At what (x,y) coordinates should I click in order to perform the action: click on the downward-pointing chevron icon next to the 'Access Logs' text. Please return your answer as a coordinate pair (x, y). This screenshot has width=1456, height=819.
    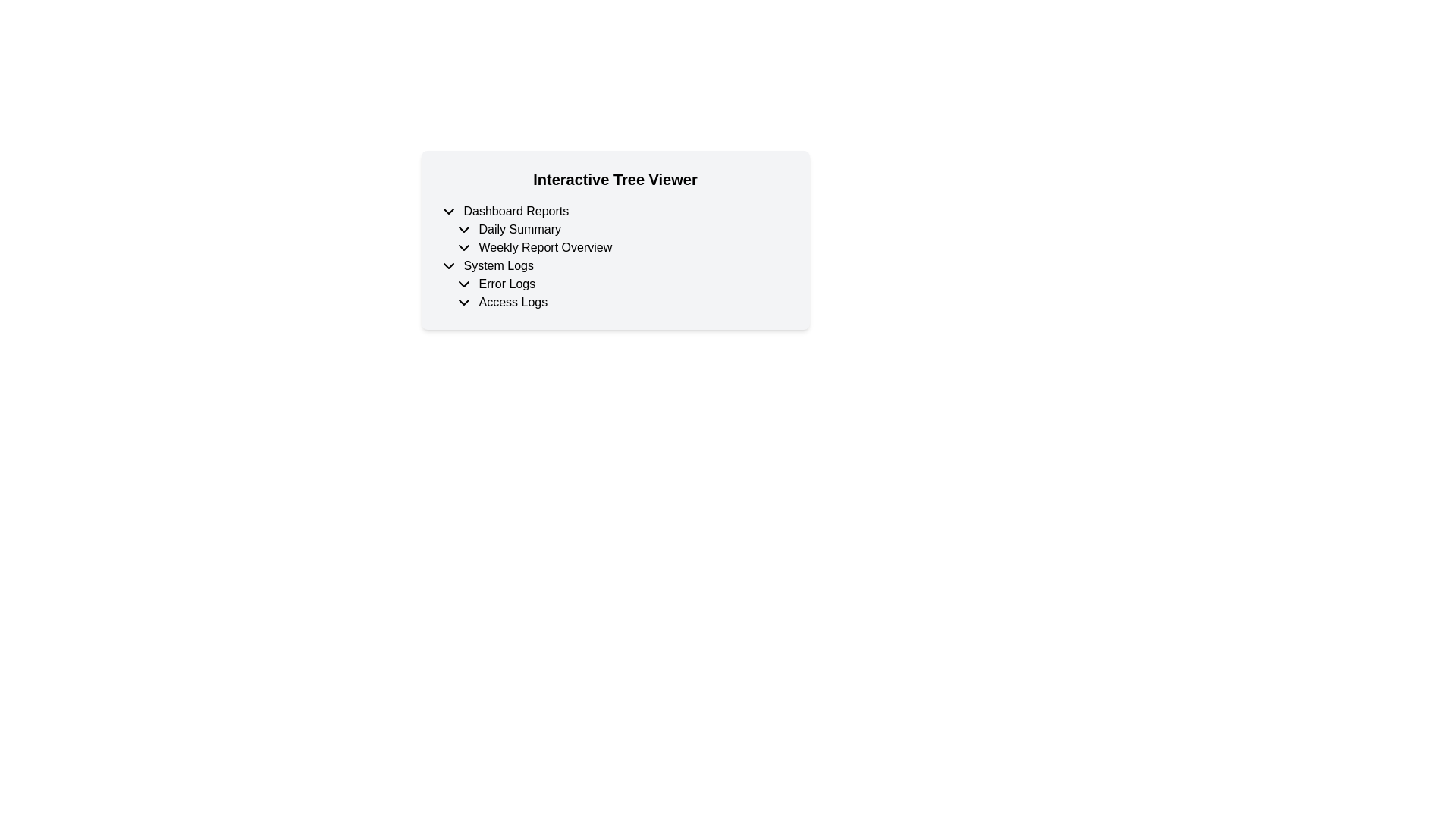
    Looking at the image, I should click on (463, 302).